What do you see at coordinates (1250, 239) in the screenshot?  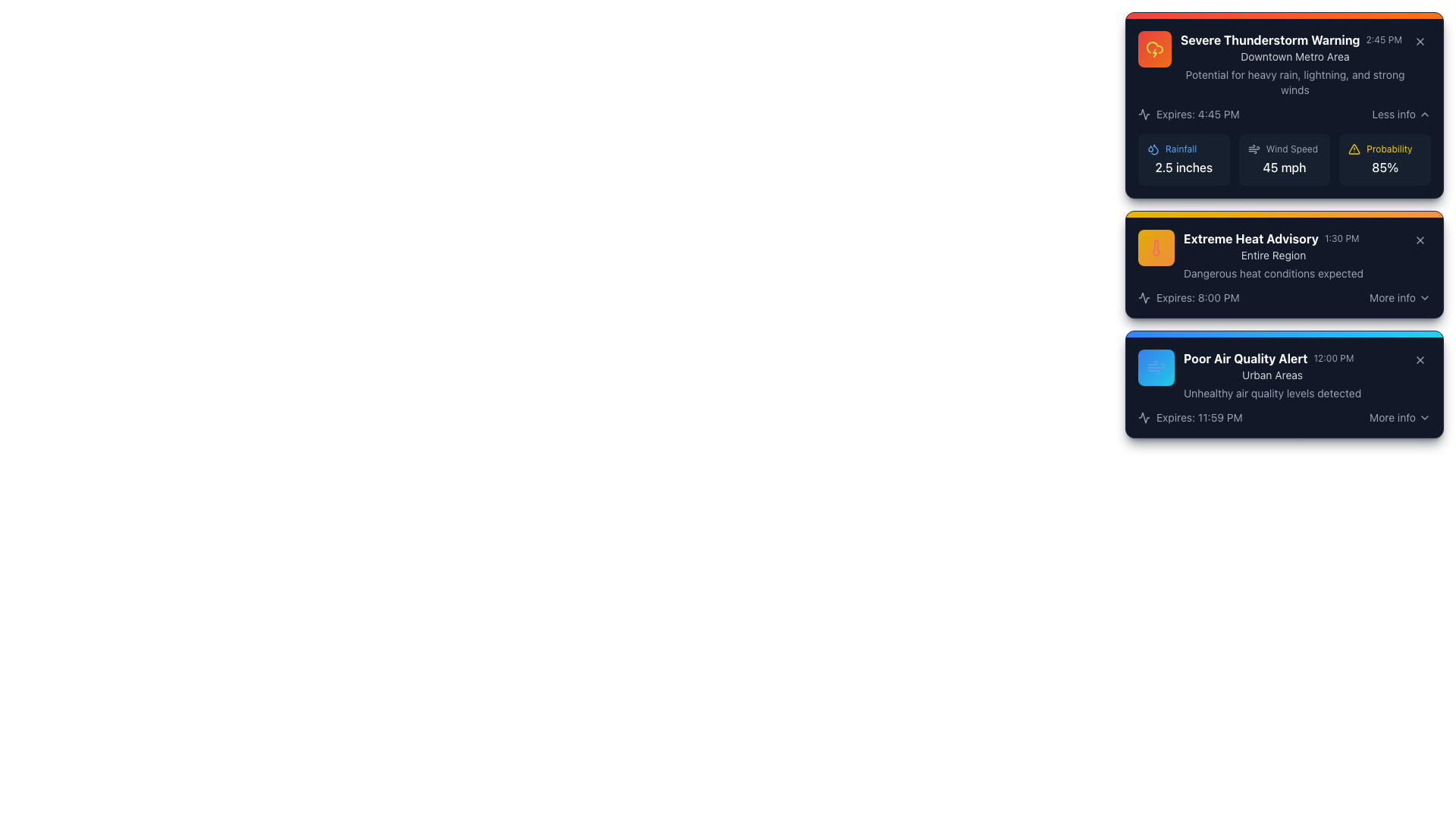 I see `the text label that displays 'Extreme Heat Advisory' within the second notification card about extreme heat` at bounding box center [1250, 239].